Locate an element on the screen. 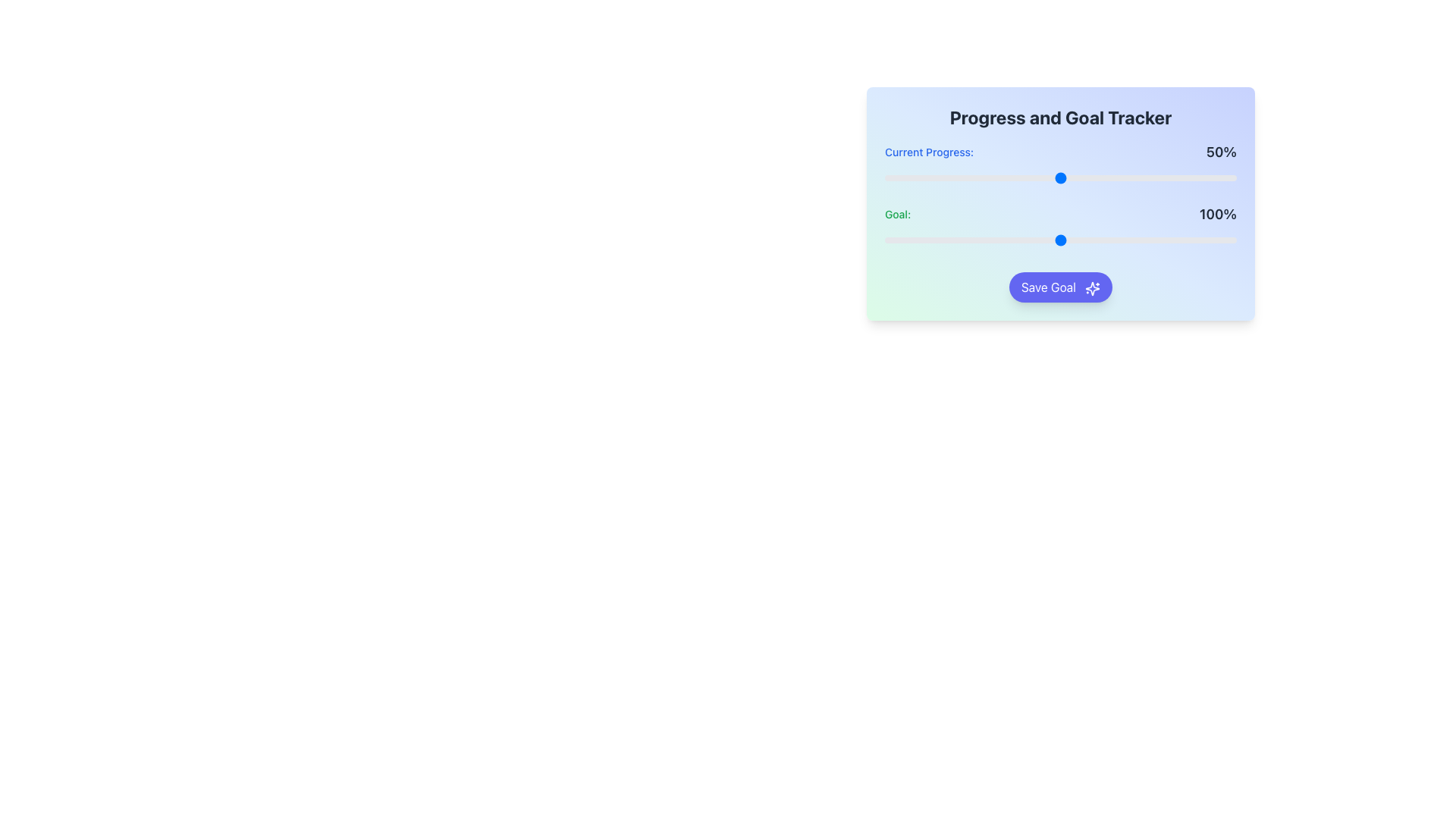 Image resolution: width=1456 pixels, height=819 pixels. the text label displaying 'Goal:' in a small green font, which is part of the 'Progress and Goal Tracker' panel and positioned to the left of the numerical value '100%' is located at coordinates (898, 214).